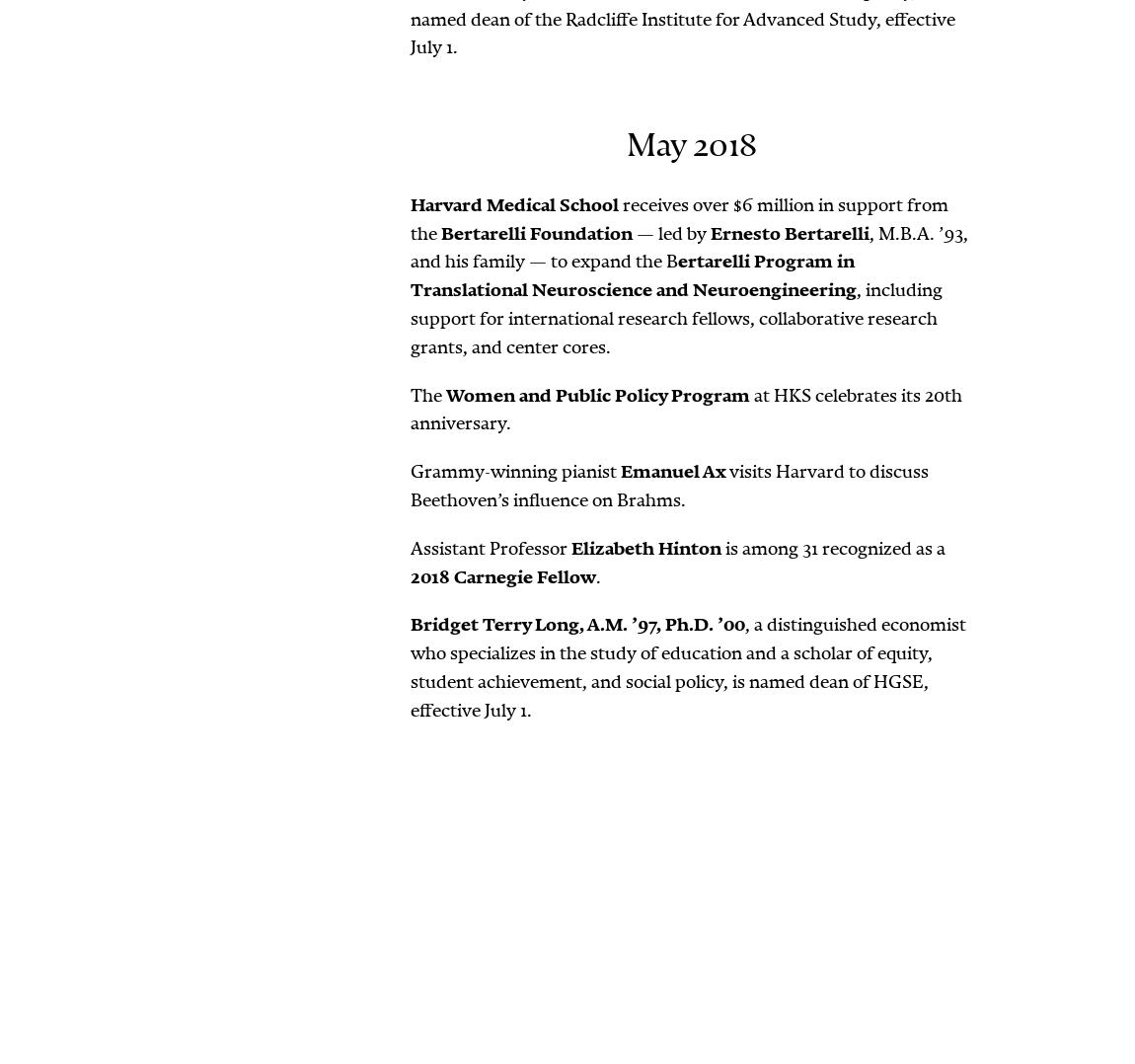 Image resolution: width=1135 pixels, height=1064 pixels. Describe the element at coordinates (597, 394) in the screenshot. I see `'Women and Public Policy Program'` at that location.